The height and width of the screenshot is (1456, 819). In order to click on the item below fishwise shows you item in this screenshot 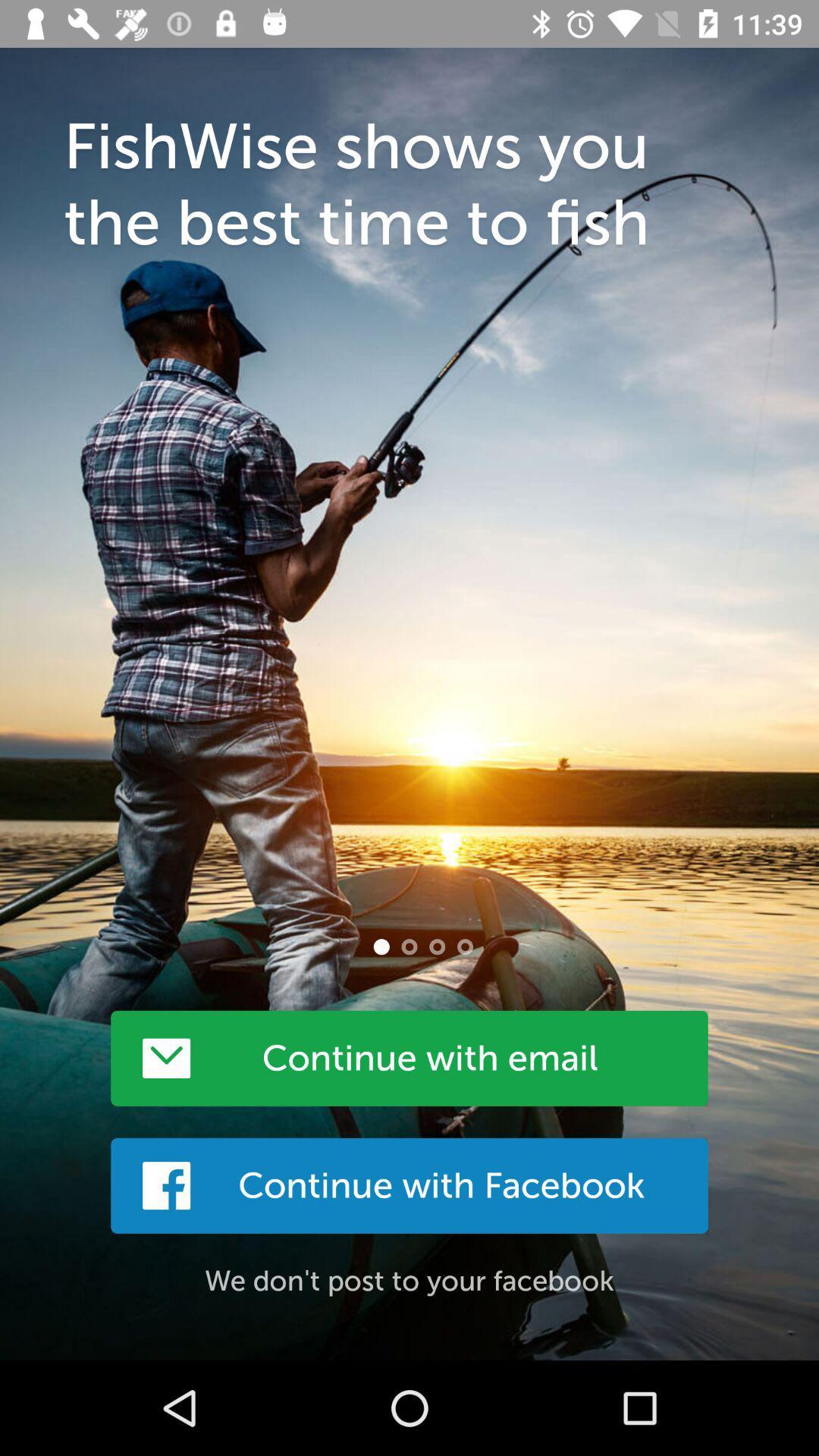, I will do `click(381, 946)`.